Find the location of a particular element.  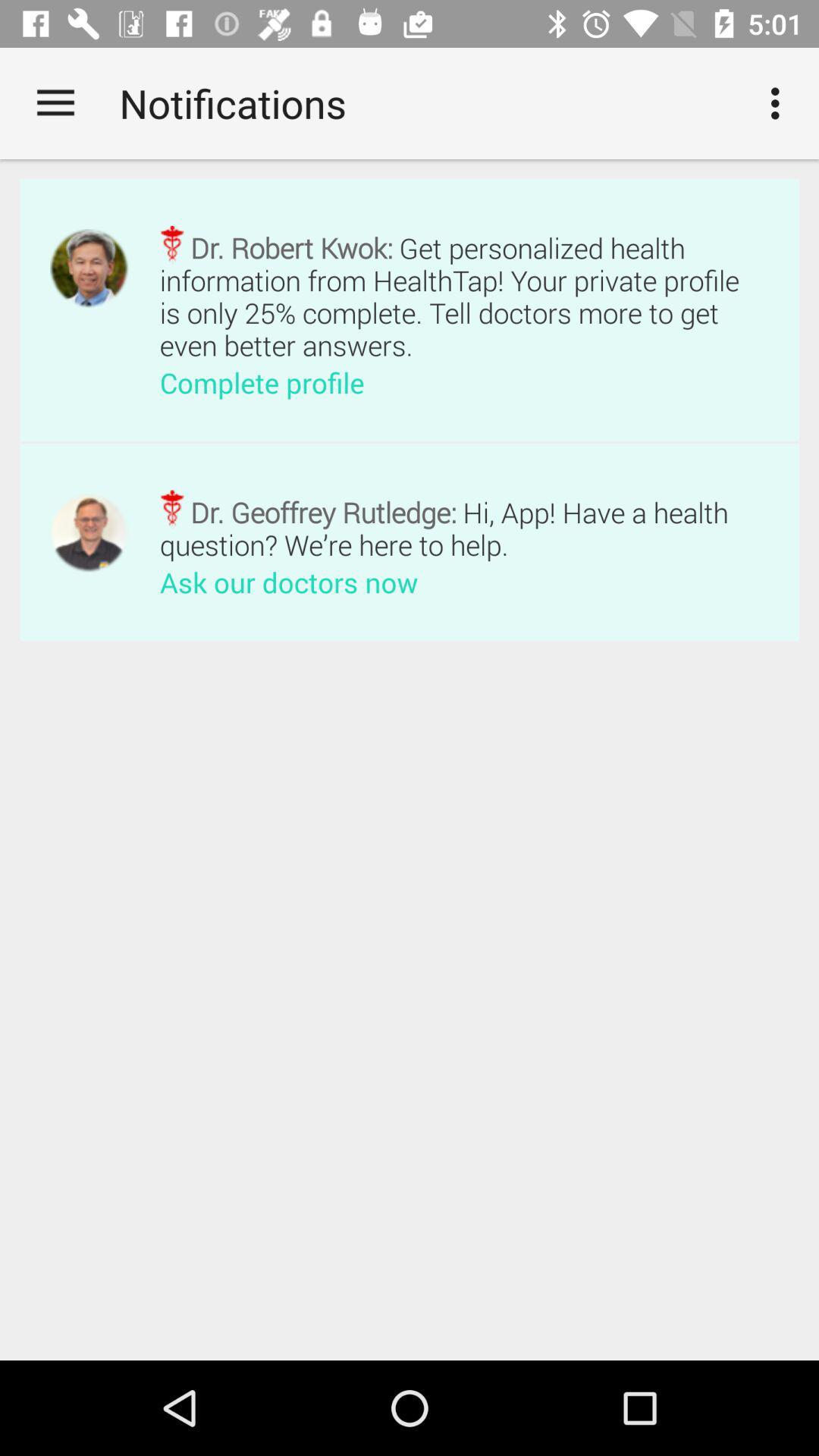

item next to notifications item is located at coordinates (55, 102).